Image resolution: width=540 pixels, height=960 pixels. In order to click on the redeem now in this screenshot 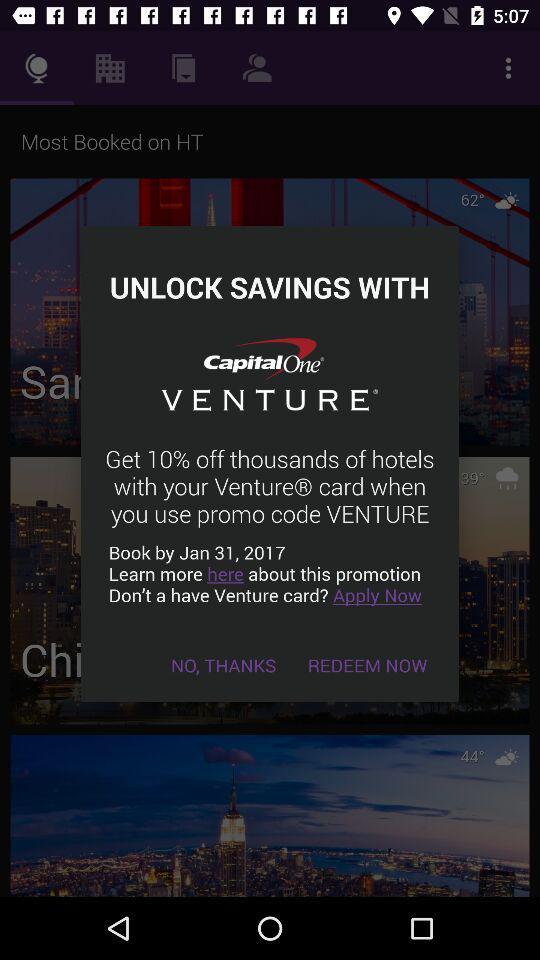, I will do `click(366, 665)`.